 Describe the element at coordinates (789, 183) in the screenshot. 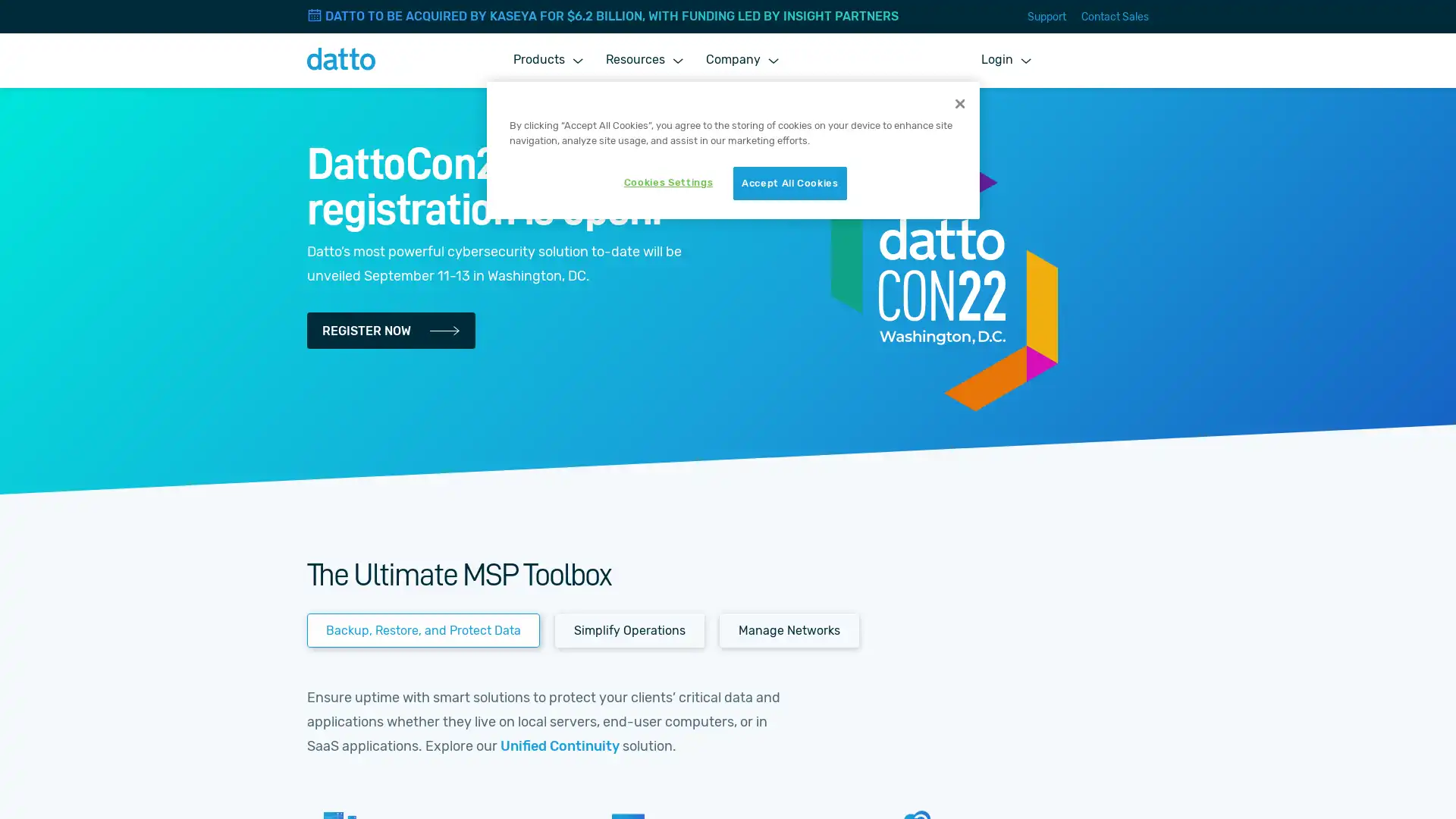

I see `Accept All Cookies` at that location.